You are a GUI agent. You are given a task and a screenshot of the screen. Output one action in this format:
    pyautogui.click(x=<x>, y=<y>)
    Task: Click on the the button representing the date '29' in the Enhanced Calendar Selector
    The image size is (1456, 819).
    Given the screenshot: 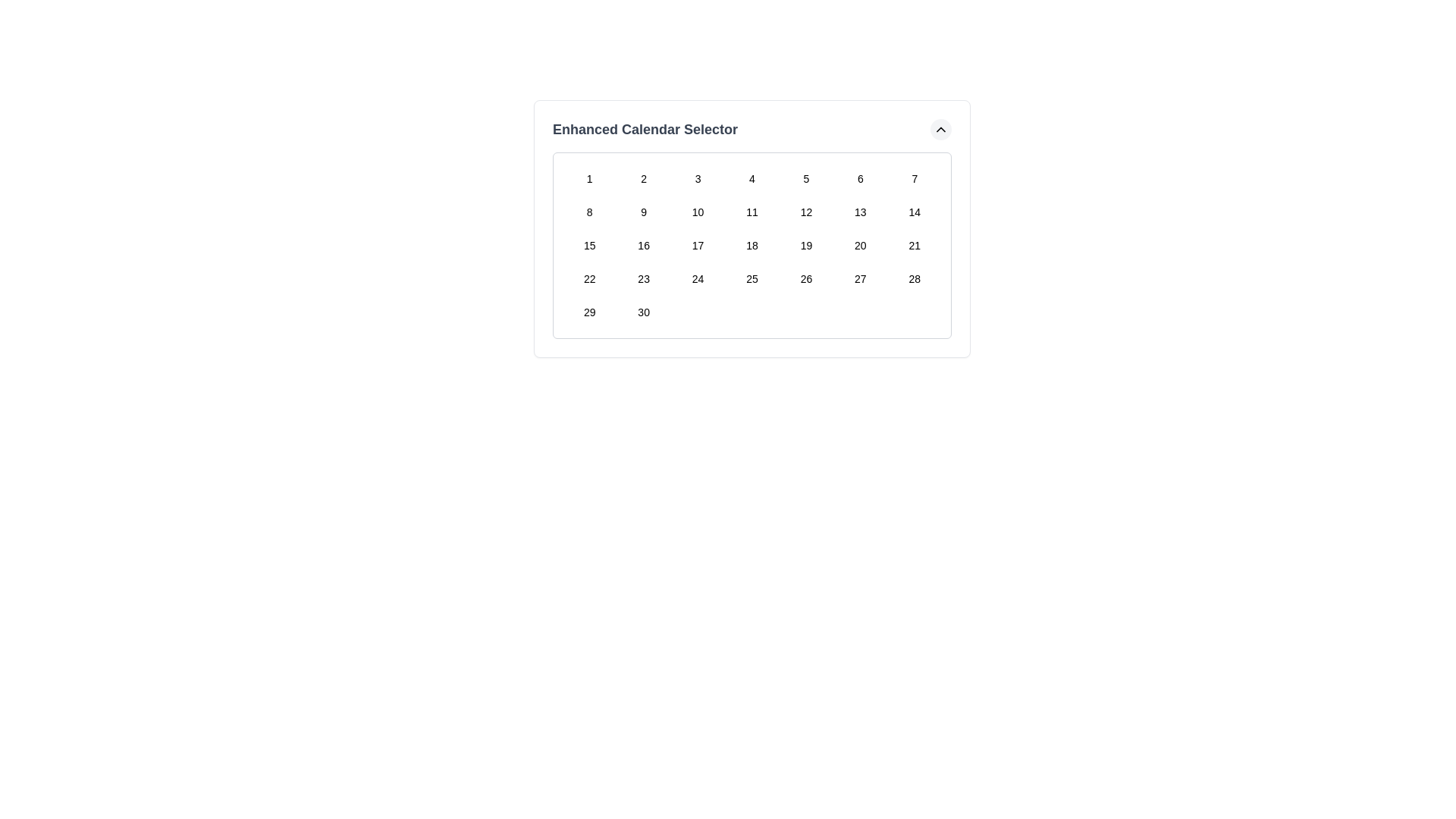 What is the action you would take?
    pyautogui.click(x=588, y=312)
    